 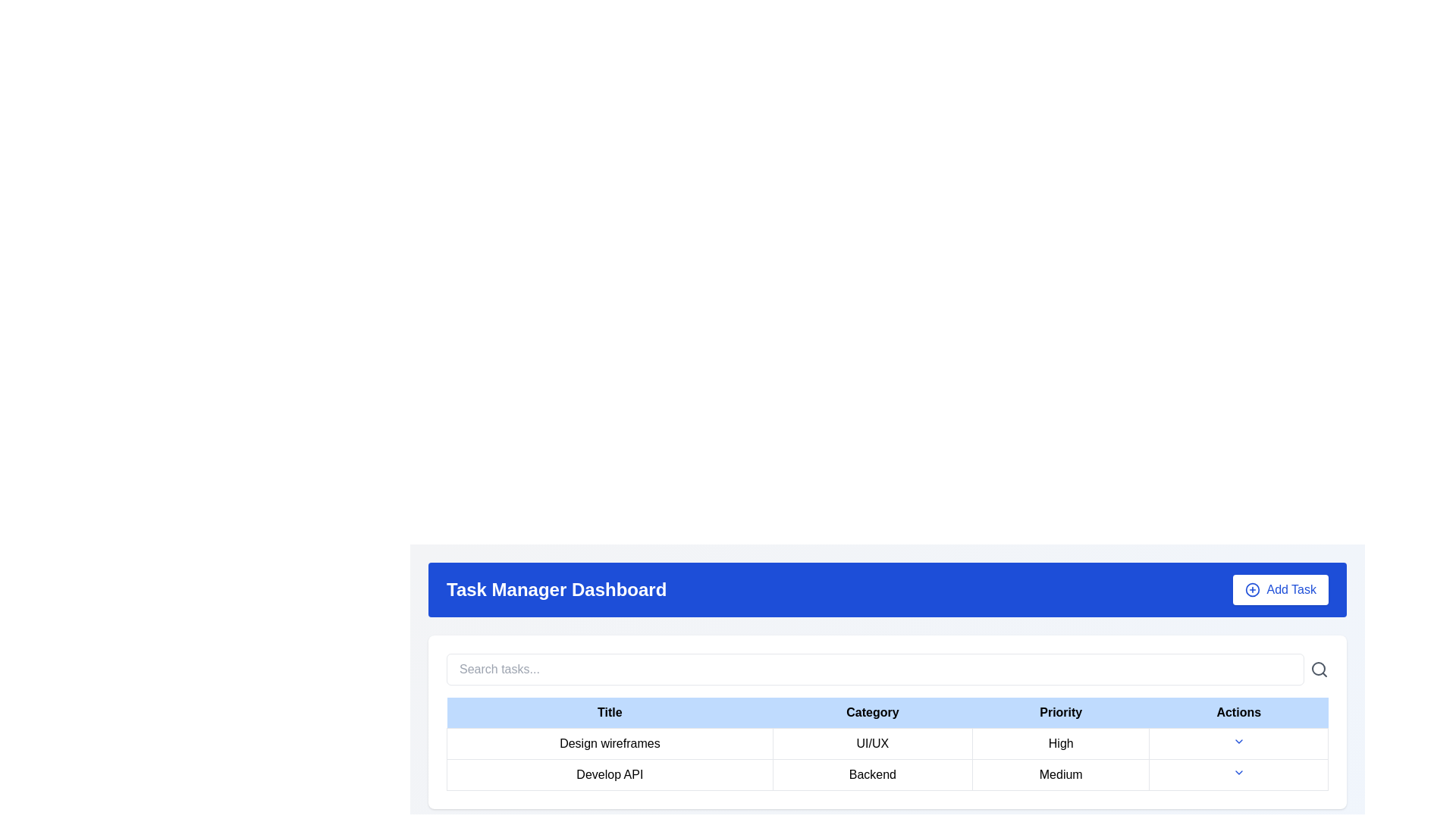 I want to click on the Table Header Cell labeled 'Title', which is styled prominently with a light blue background and bold text, so click(x=610, y=713).